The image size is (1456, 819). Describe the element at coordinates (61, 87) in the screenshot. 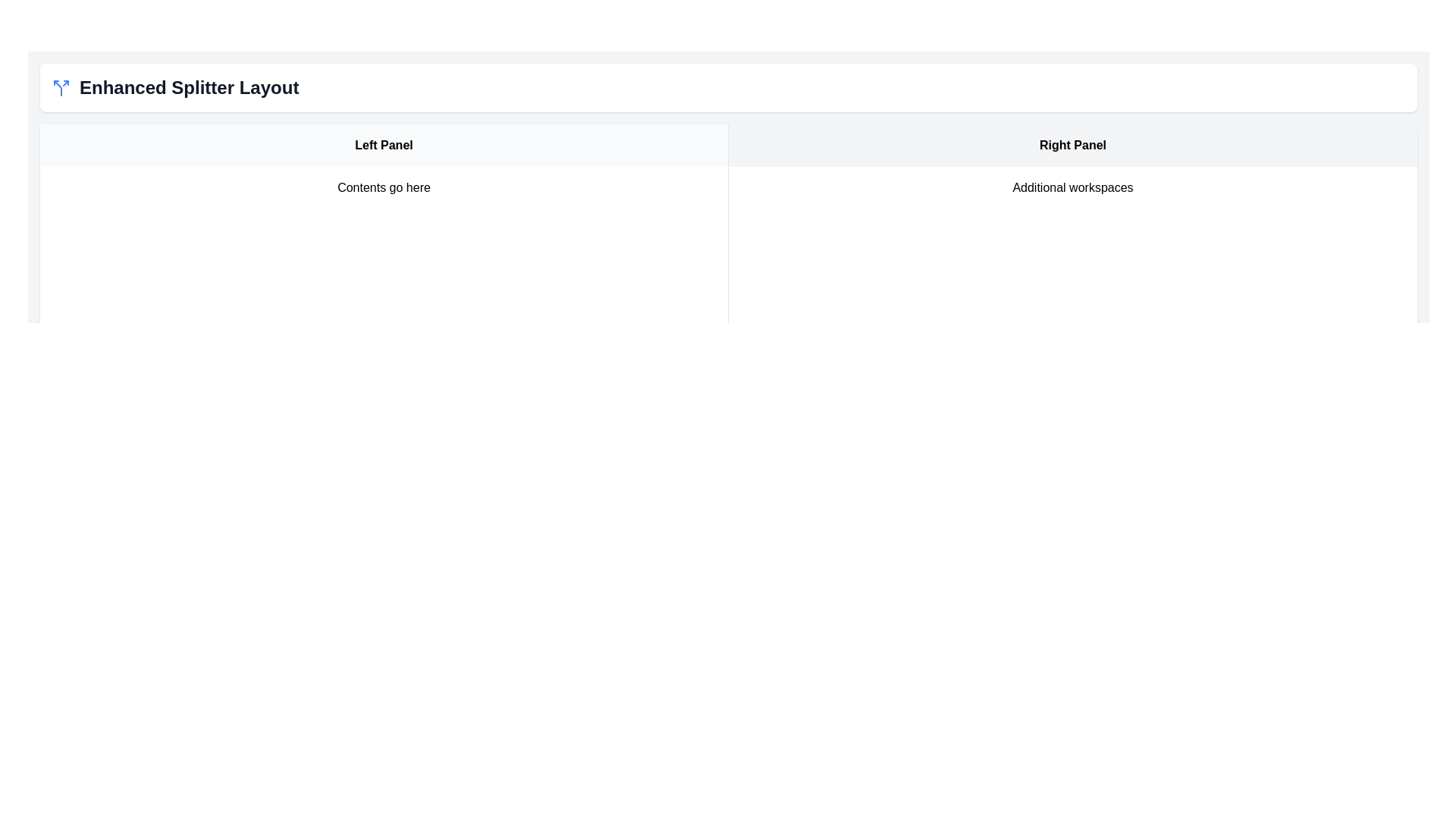

I see `the icon located at the leftmost side of the header bar titled 'Enhanced Splitter Layout'` at that location.